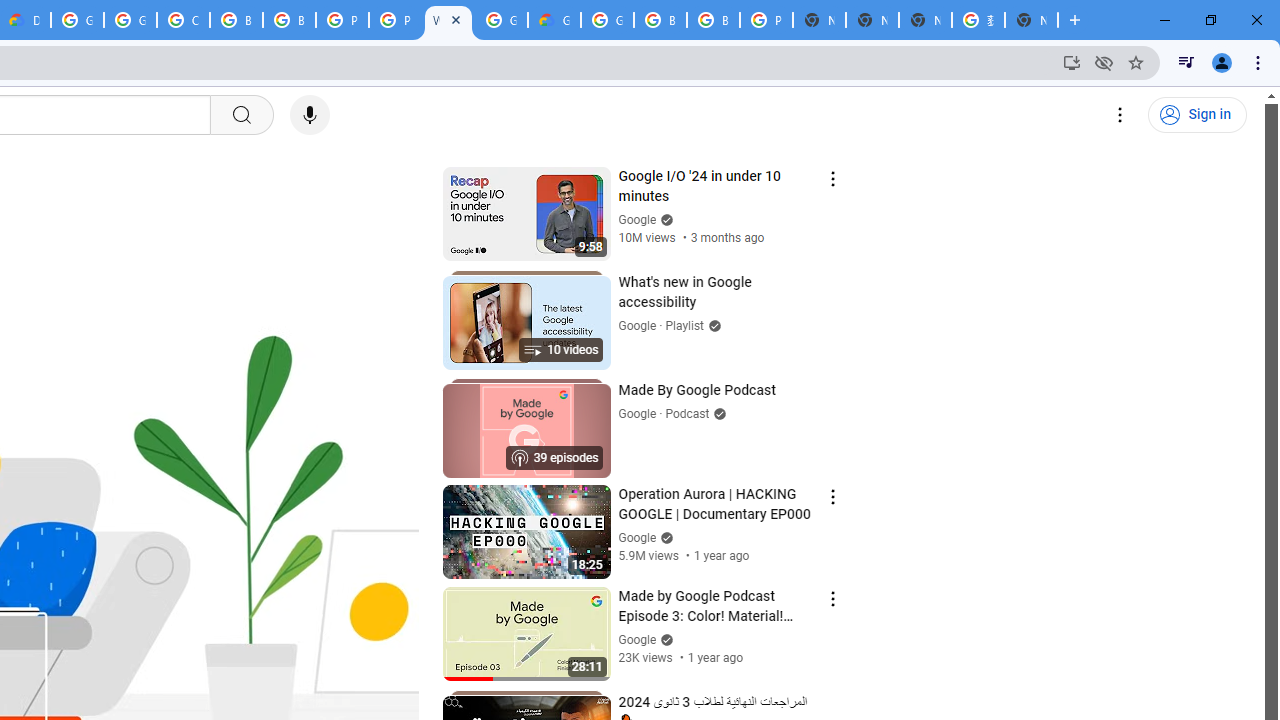 The image size is (1280, 720). What do you see at coordinates (664, 639) in the screenshot?
I see `'Verified'` at bounding box center [664, 639].